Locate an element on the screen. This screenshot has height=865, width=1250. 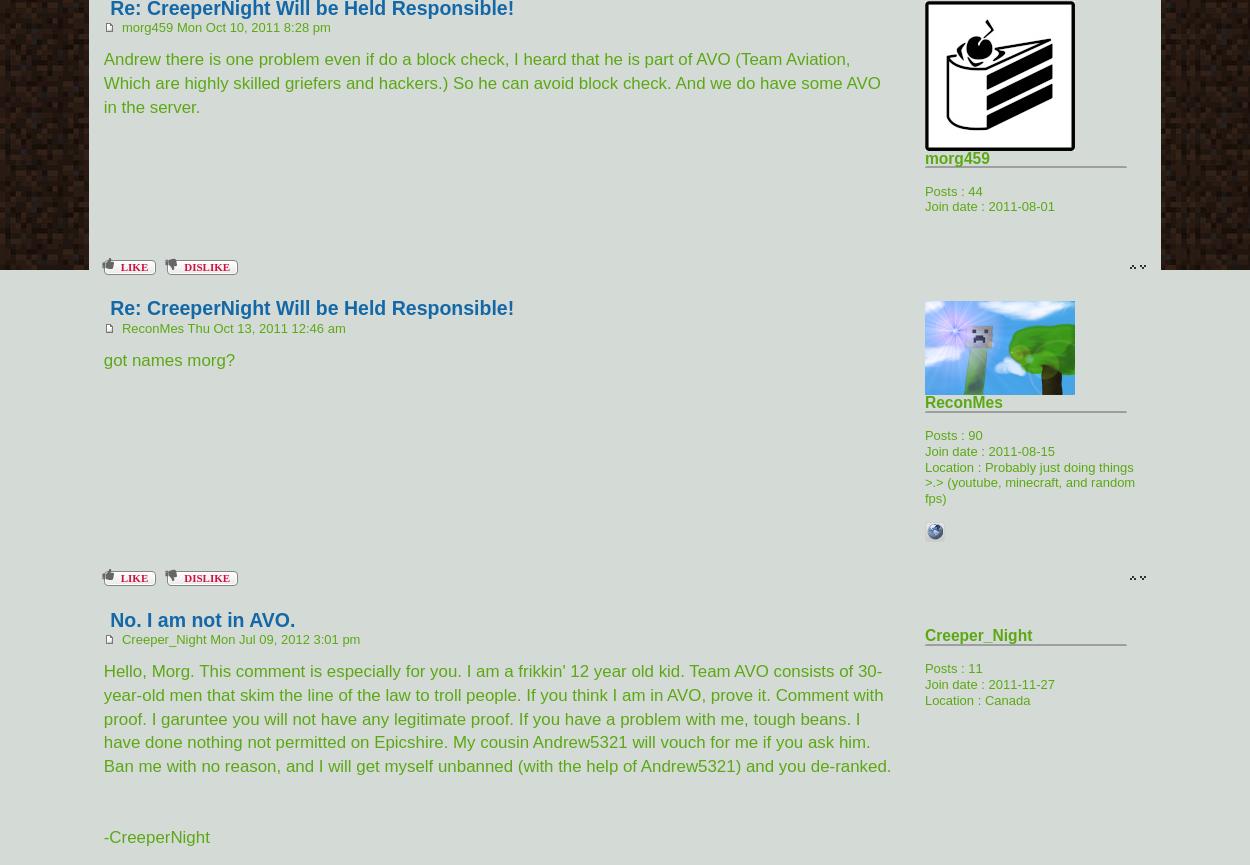
'Probably just doing things >.> (youtube, minecraft, and random fps)' is located at coordinates (1029, 480).